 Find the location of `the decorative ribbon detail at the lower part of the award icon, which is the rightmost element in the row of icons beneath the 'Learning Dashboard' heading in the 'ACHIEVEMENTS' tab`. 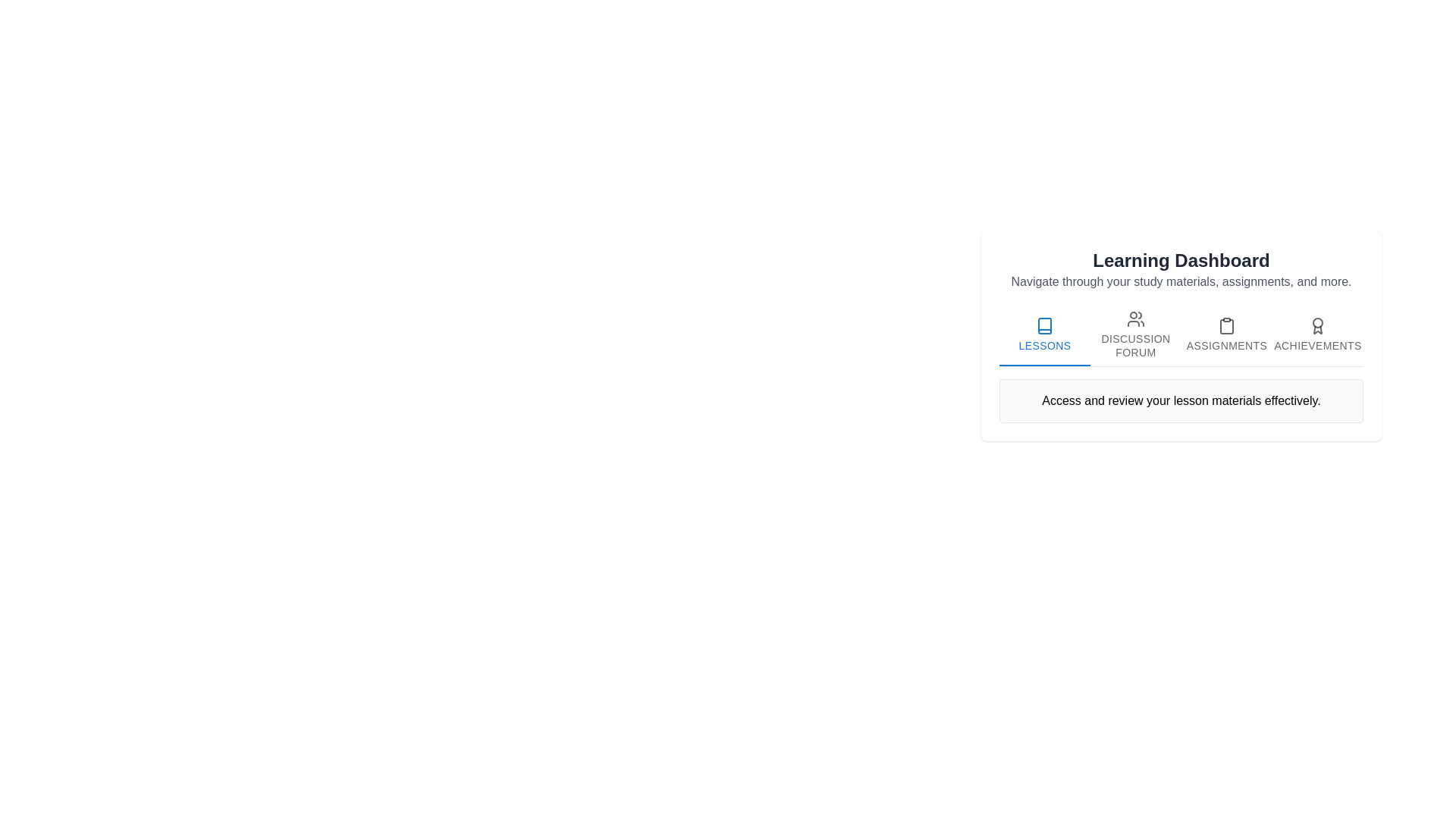

the decorative ribbon detail at the lower part of the award icon, which is the rightmost element in the row of icons beneath the 'Learning Dashboard' heading in the 'ACHIEVEMENTS' tab is located at coordinates (1316, 329).